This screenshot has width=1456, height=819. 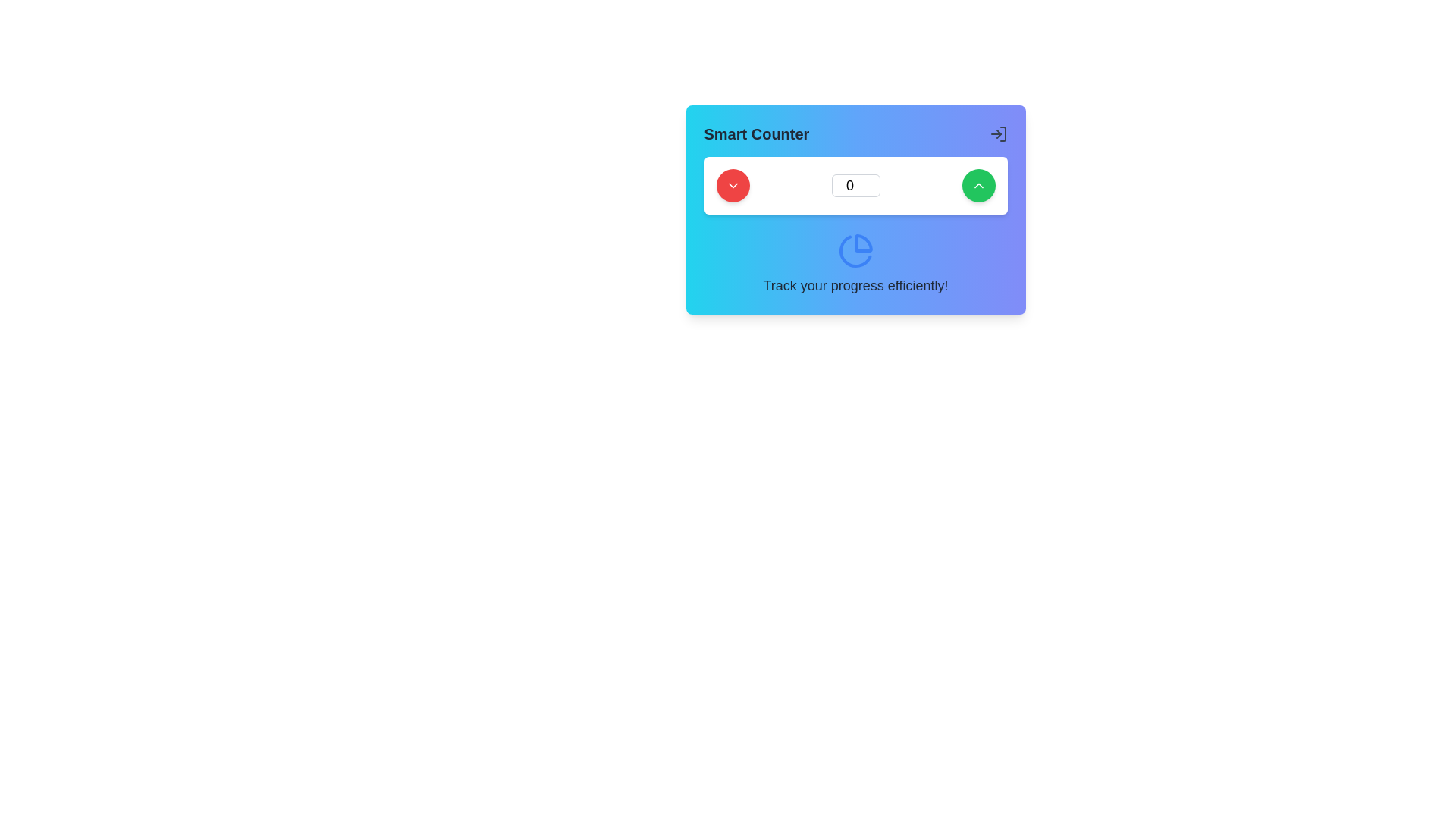 What do you see at coordinates (733, 185) in the screenshot?
I see `the first circular button with a red background and white downwards chevron icon, located before the numeric input` at bounding box center [733, 185].